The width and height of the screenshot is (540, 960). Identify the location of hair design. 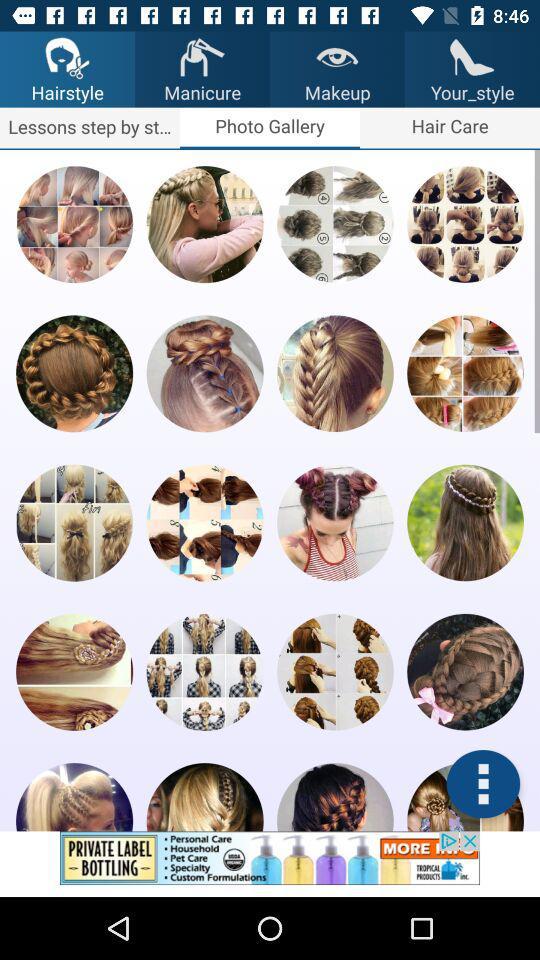
(465, 224).